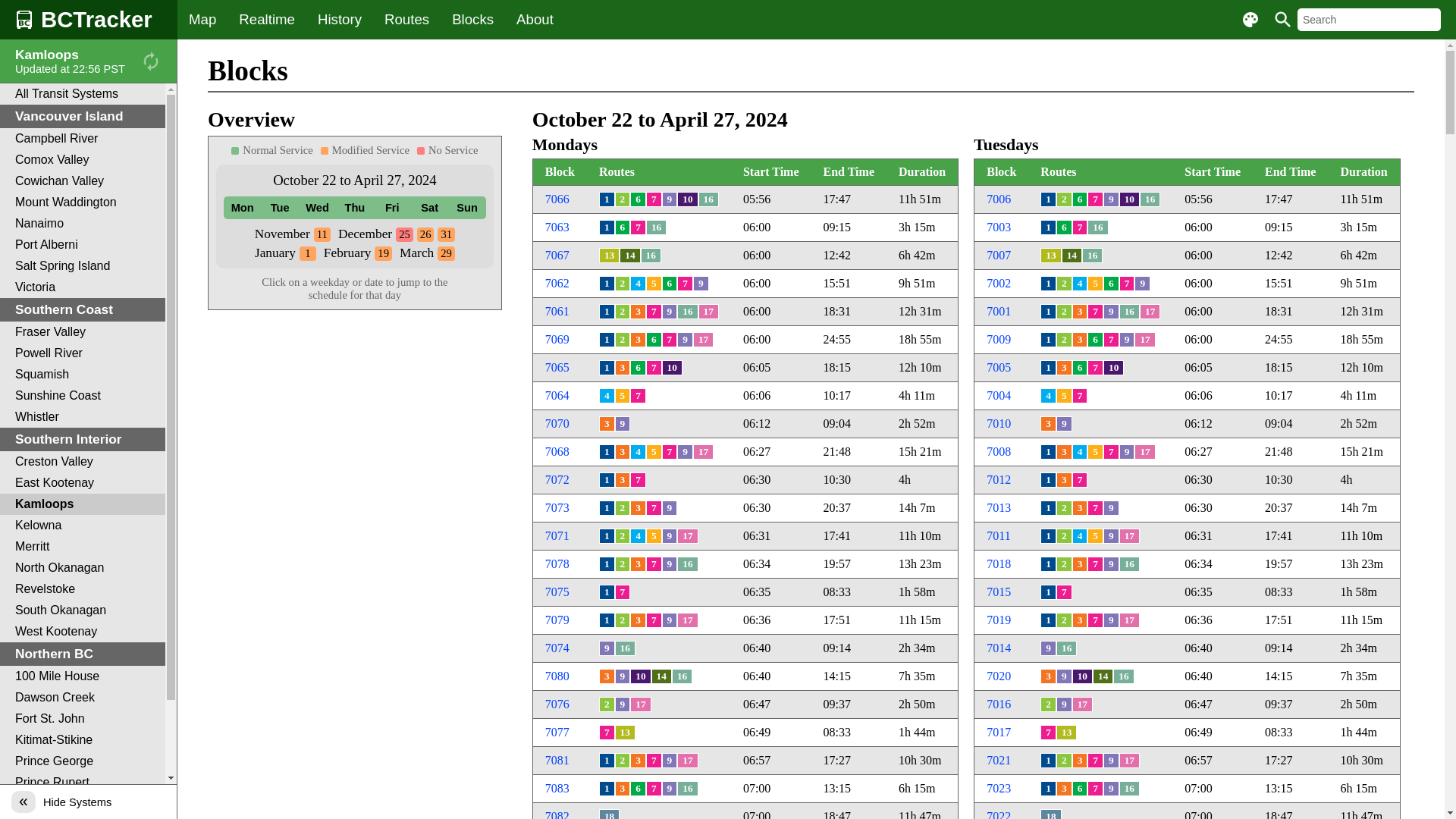 This screenshot has width=1456, height=819. I want to click on '2', so click(607, 704).